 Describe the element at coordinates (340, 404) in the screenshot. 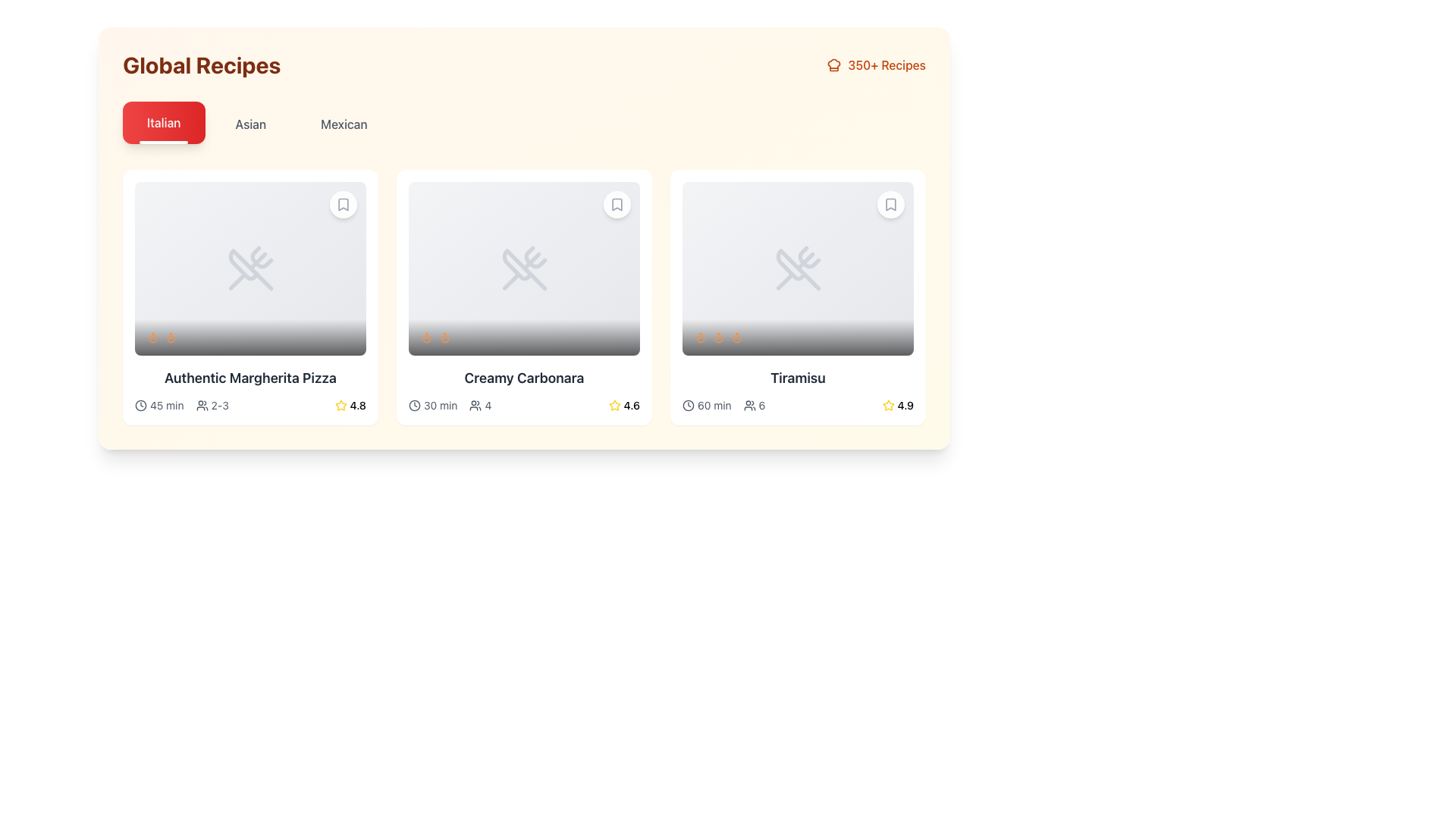

I see `the yellow star-shaped rating icon for 'Authentic Margherita Pizza' located in the Italian recipes section, which is accompanied by the rating value '4.8'` at that location.